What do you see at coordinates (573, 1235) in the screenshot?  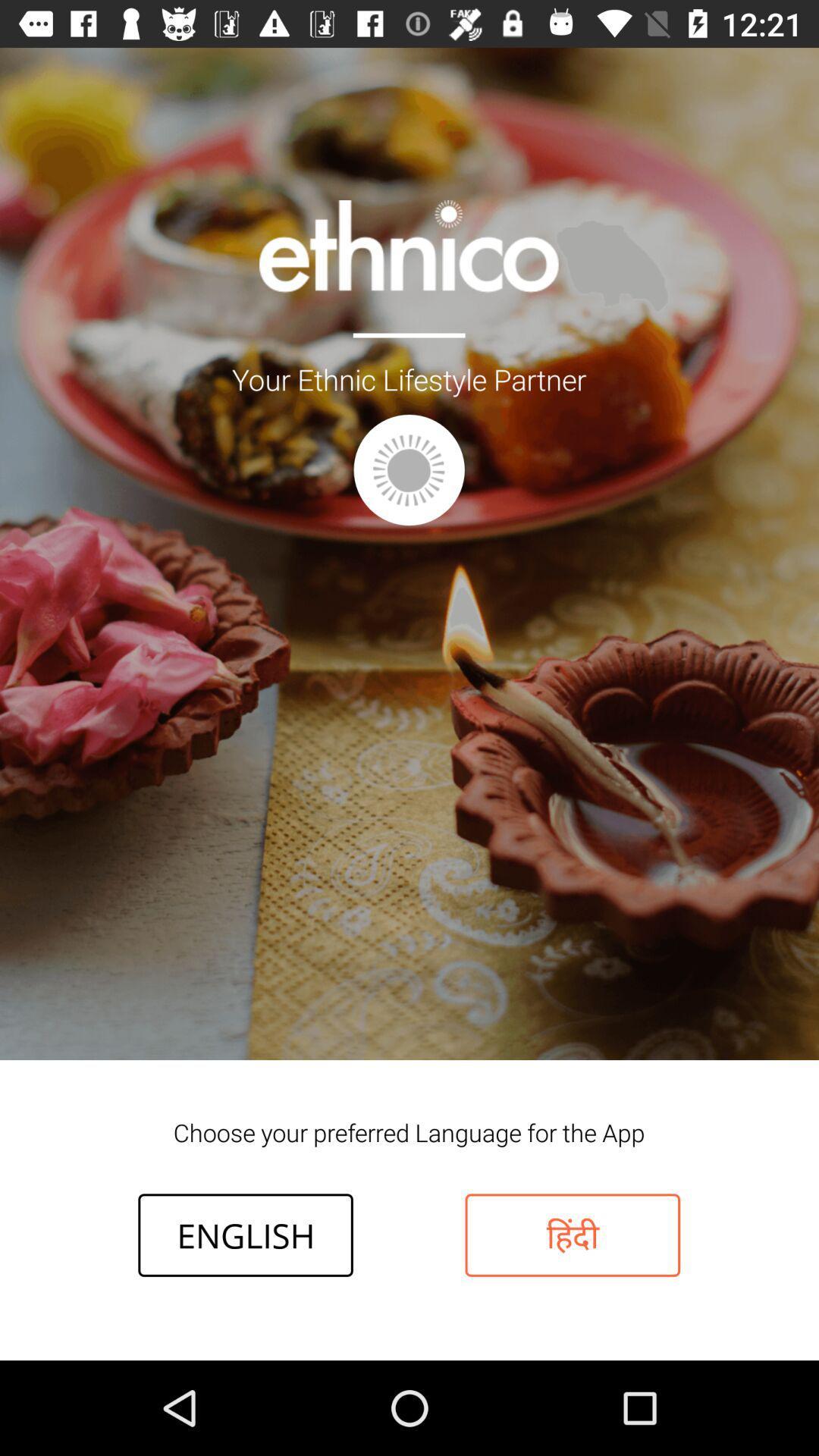 I see `item below choose your preferred icon` at bounding box center [573, 1235].